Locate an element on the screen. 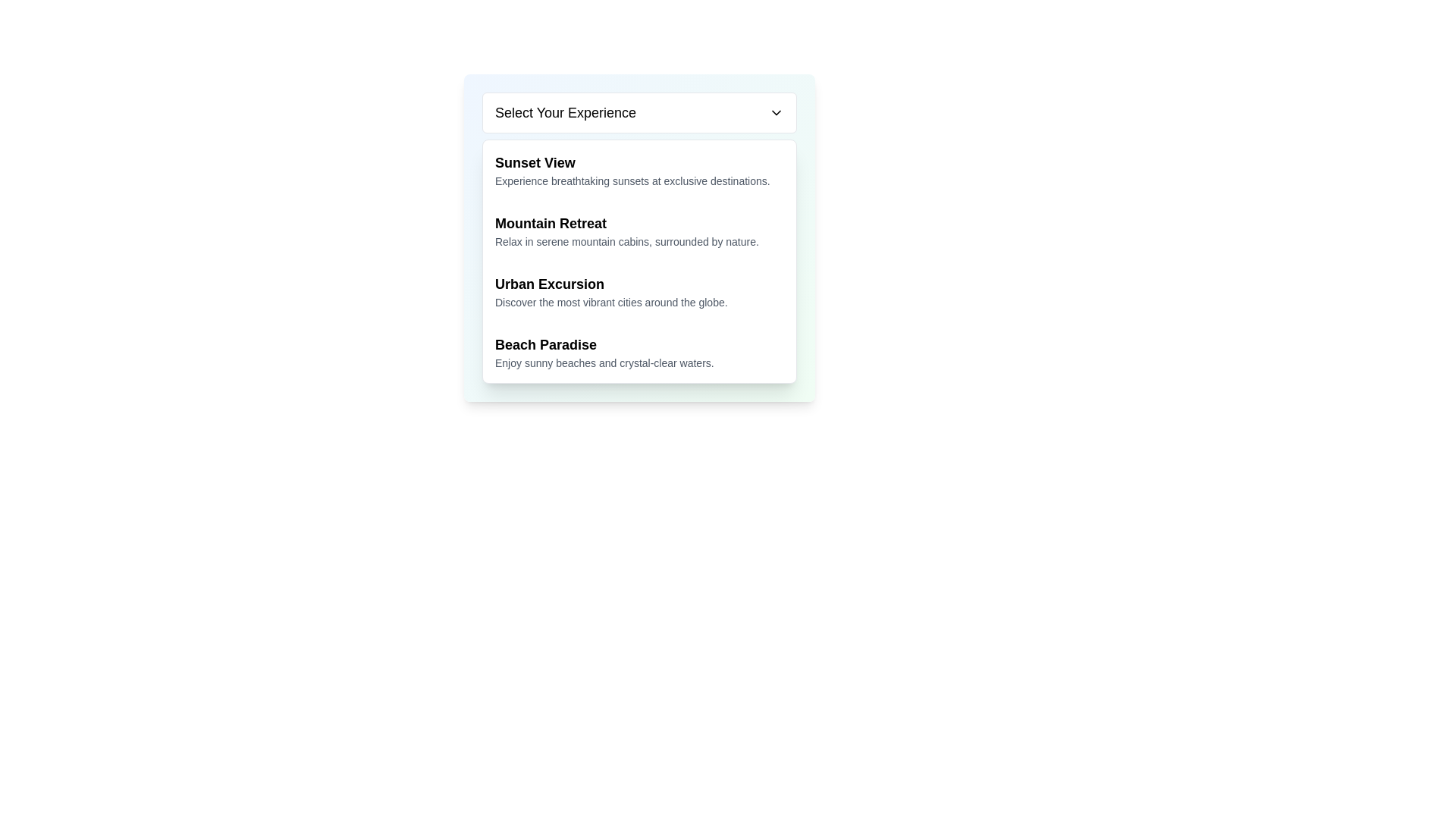  the Text Label that serves as the placeholder for the dropdown menu, indicating to the user to select an experience from the list below is located at coordinates (565, 112).